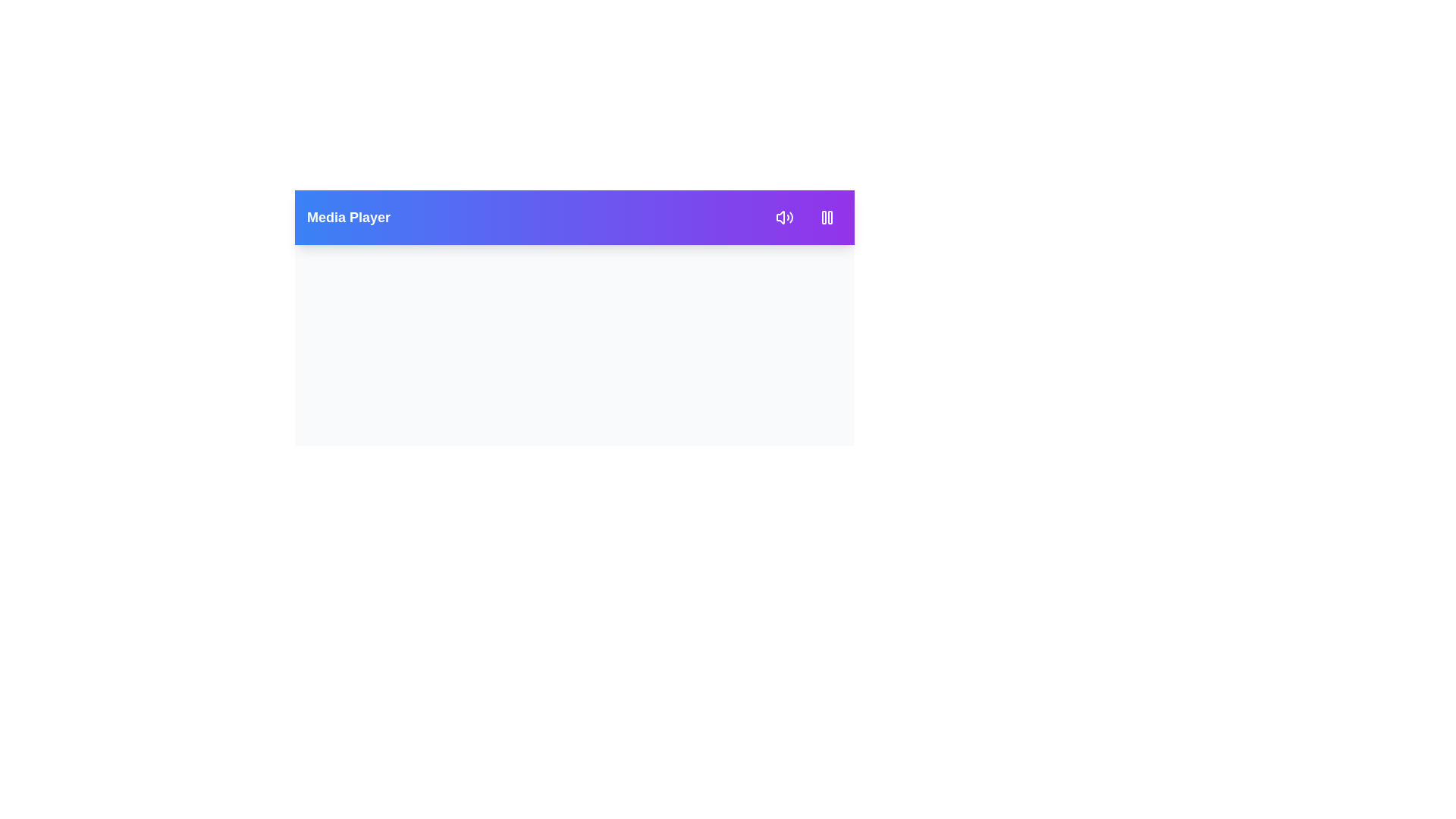 This screenshot has width=1456, height=819. I want to click on the play/pause button to toggle the media state, so click(826, 217).